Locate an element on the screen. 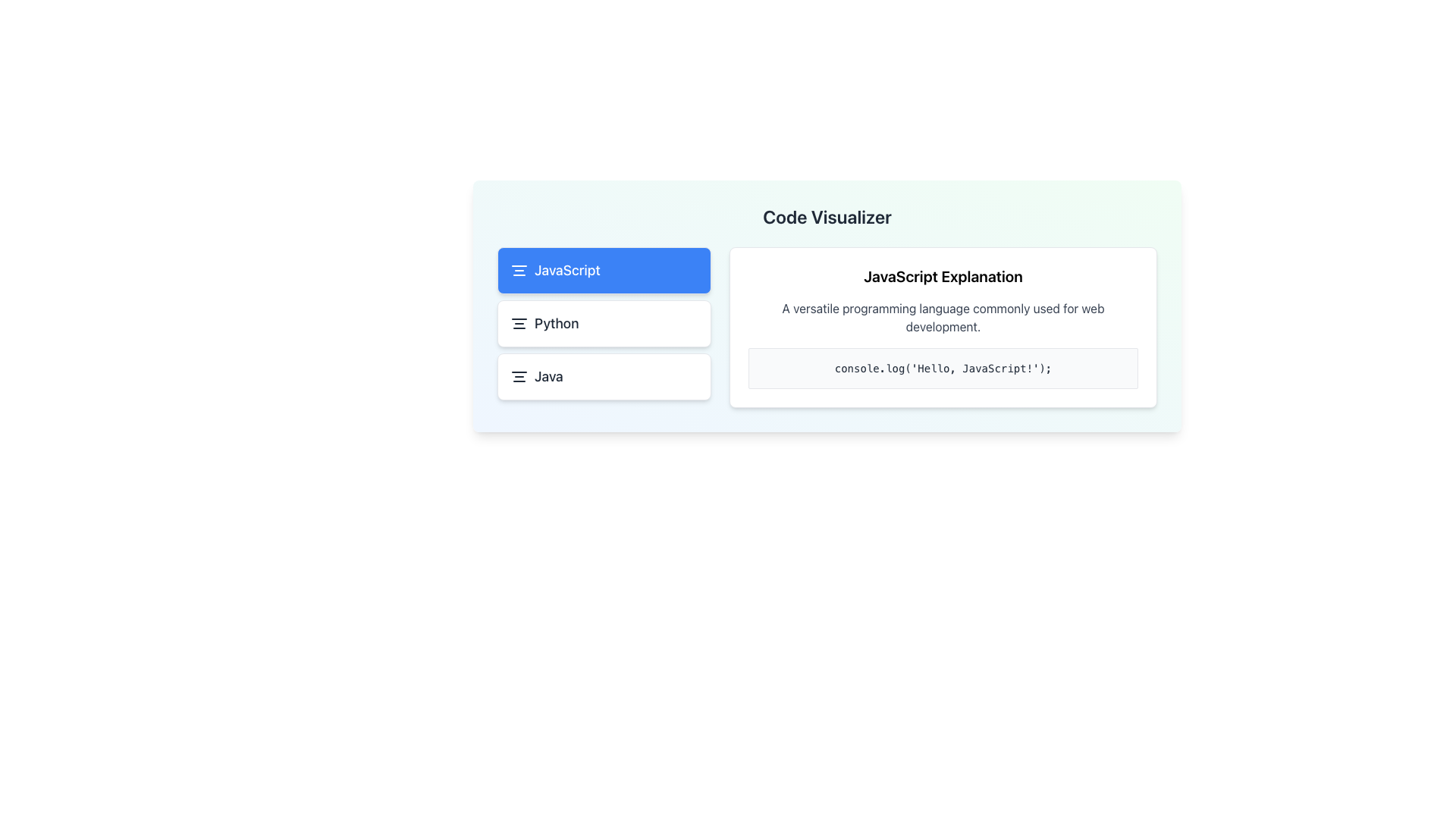 Image resolution: width=1456 pixels, height=819 pixels. the programming language label with an icon is located at coordinates (603, 270).